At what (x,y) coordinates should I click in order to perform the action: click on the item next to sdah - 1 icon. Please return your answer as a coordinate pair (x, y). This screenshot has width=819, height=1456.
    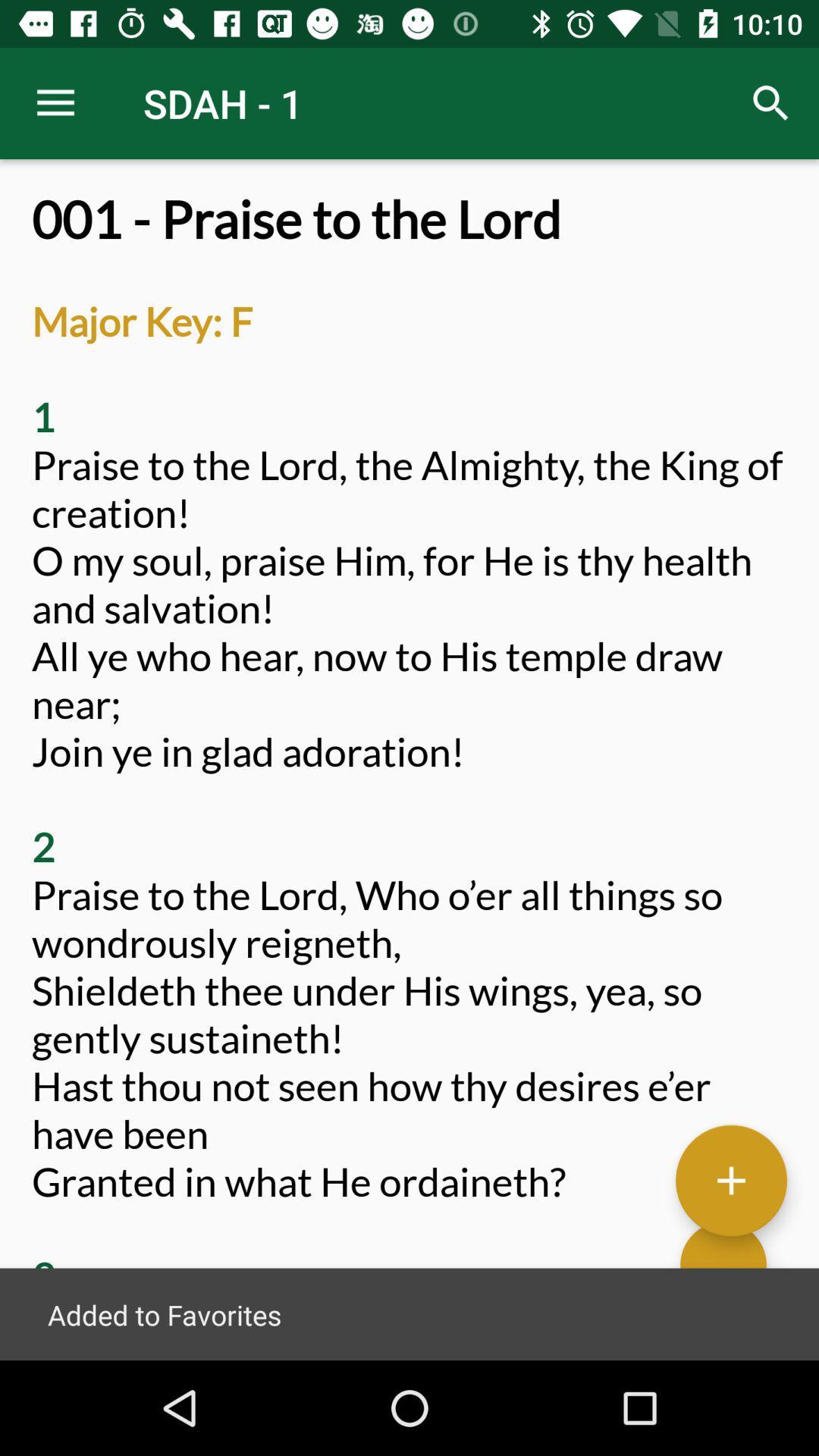
    Looking at the image, I should click on (771, 102).